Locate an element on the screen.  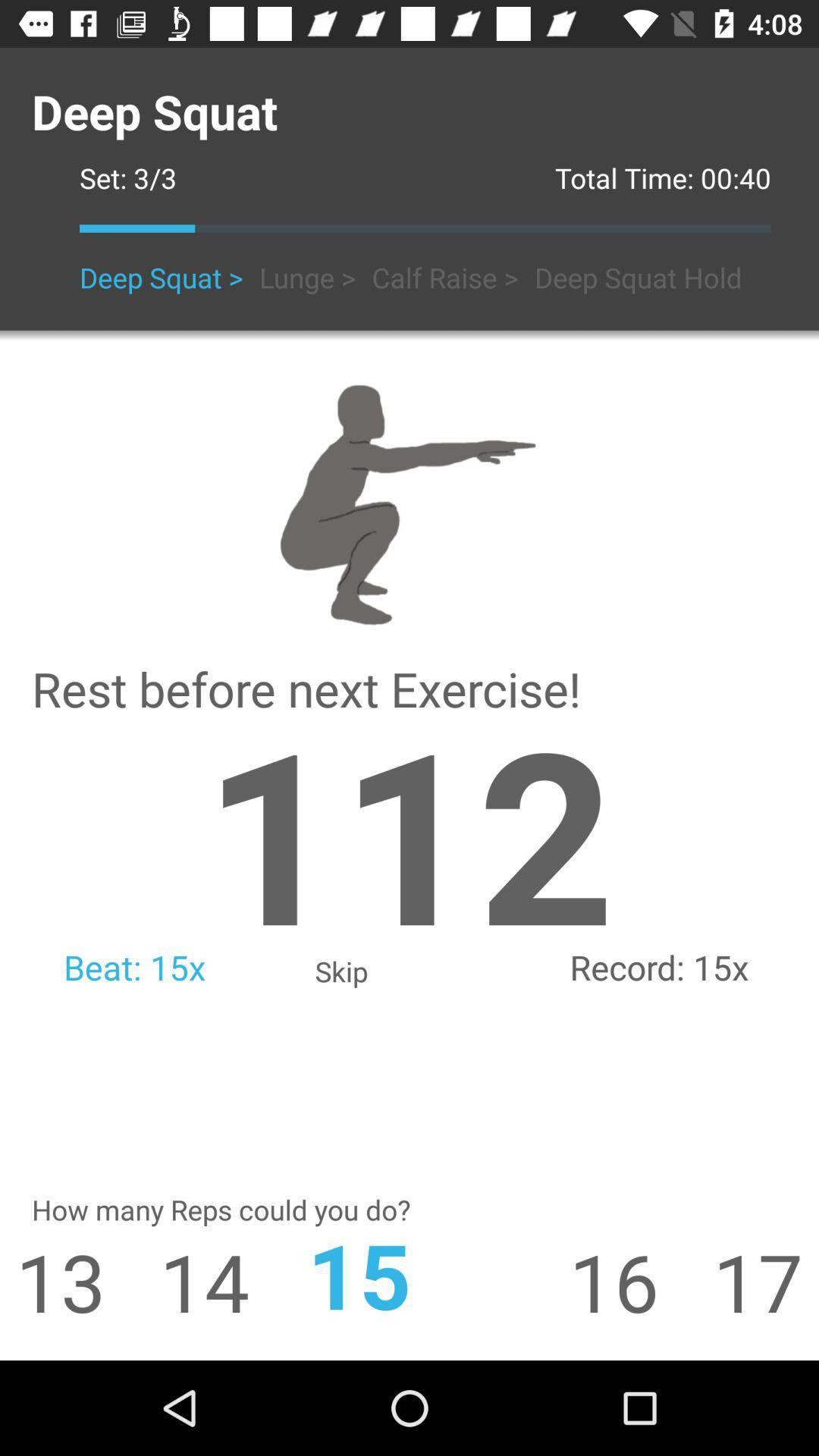
16 icon is located at coordinates (641, 1280).